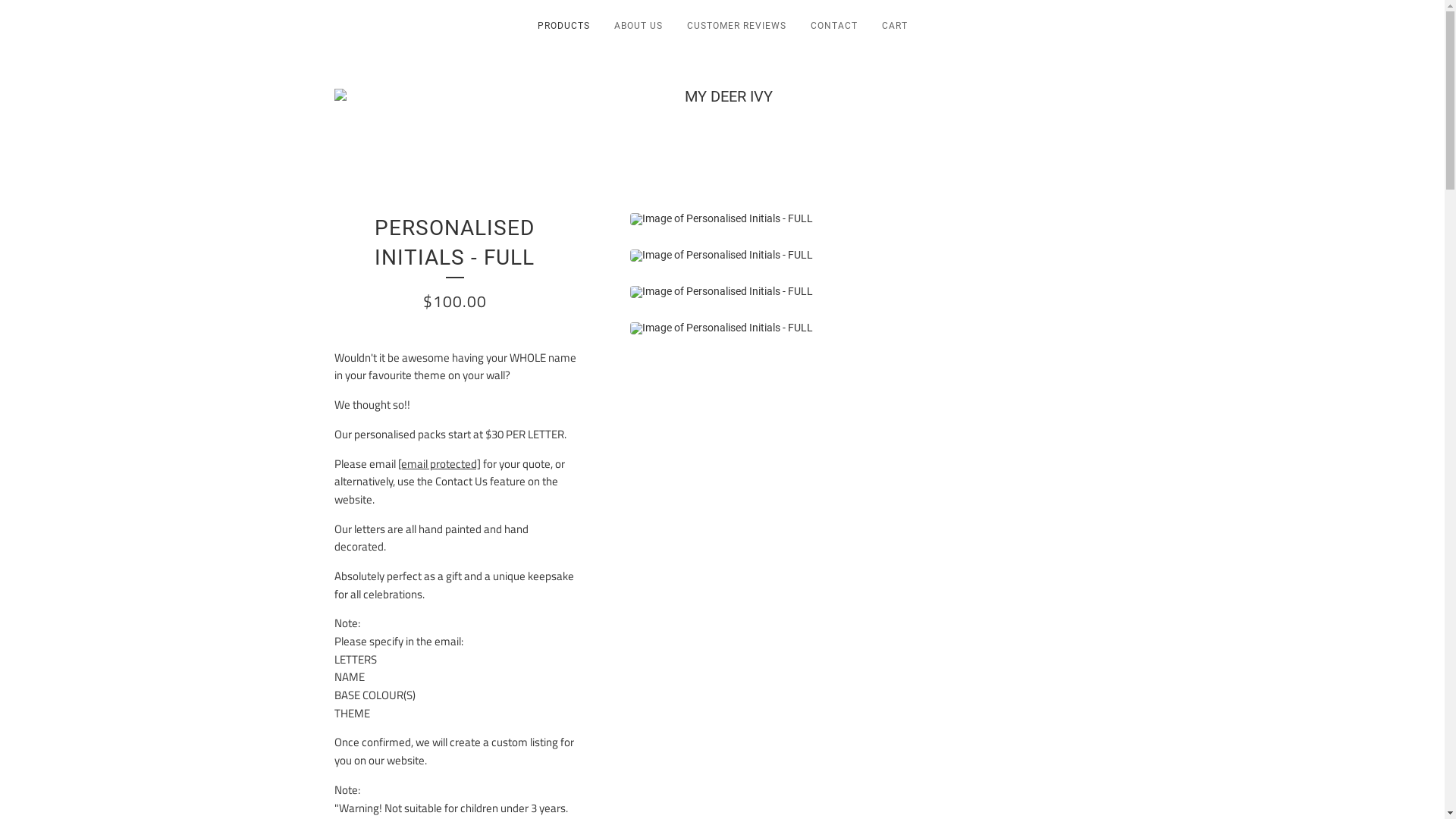  I want to click on 'CUSTOMER REVIEWS', so click(736, 29).